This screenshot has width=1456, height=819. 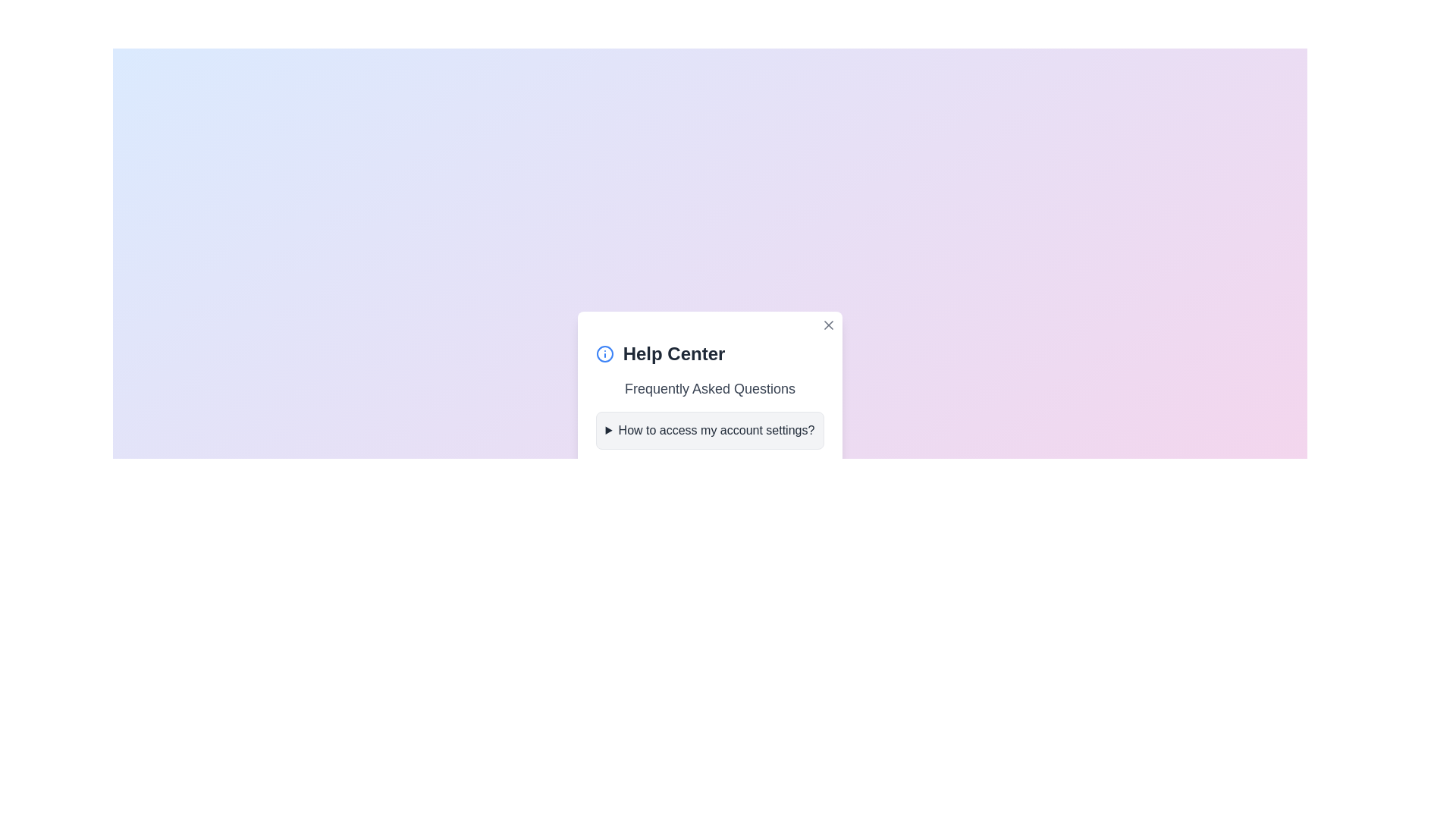 I want to click on the circular icon with a blue outline and white fill located in the Help Center dialog box near the title text, so click(x=604, y=353).